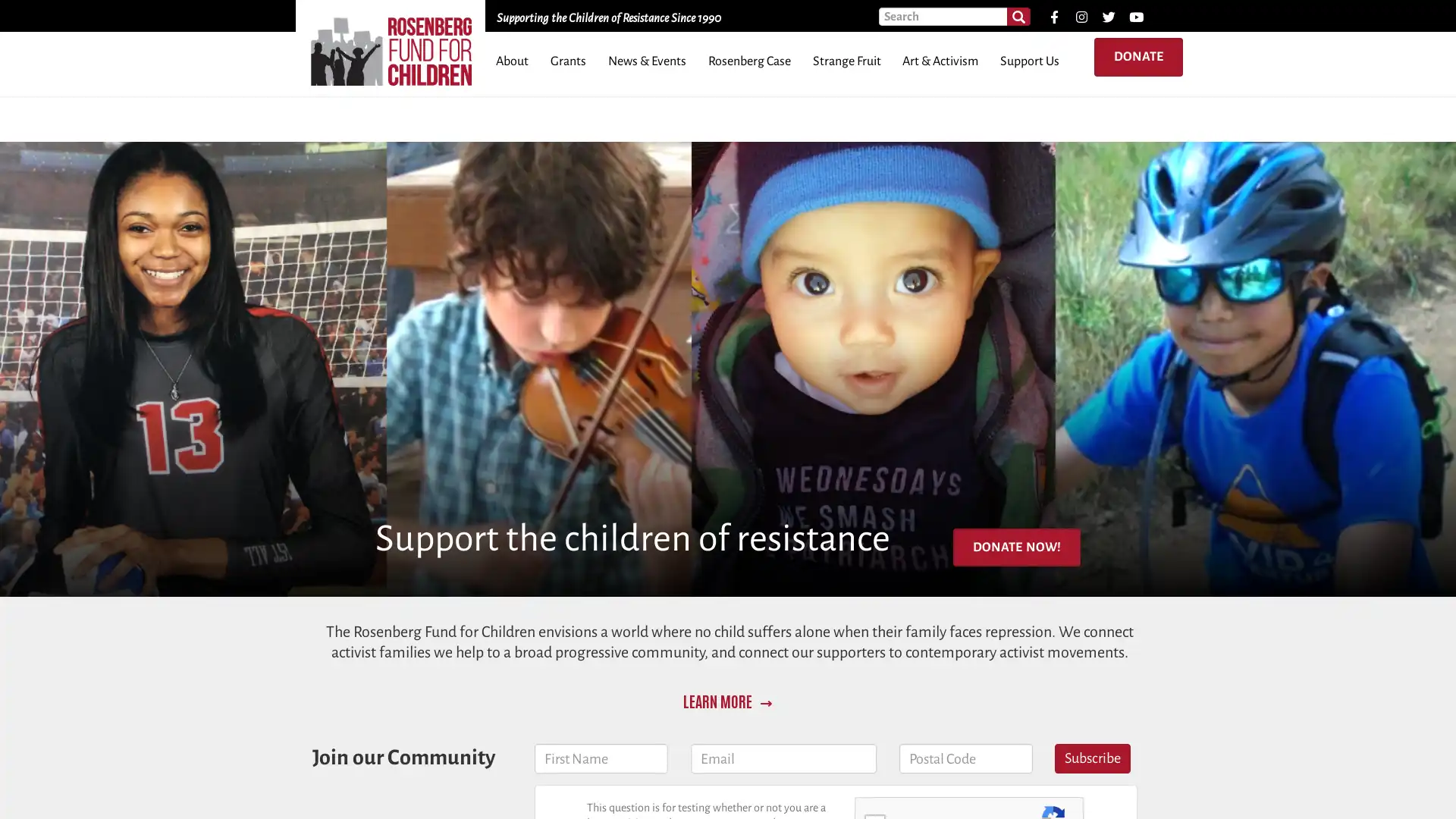  Describe the element at coordinates (1018, 17) in the screenshot. I see `Search` at that location.